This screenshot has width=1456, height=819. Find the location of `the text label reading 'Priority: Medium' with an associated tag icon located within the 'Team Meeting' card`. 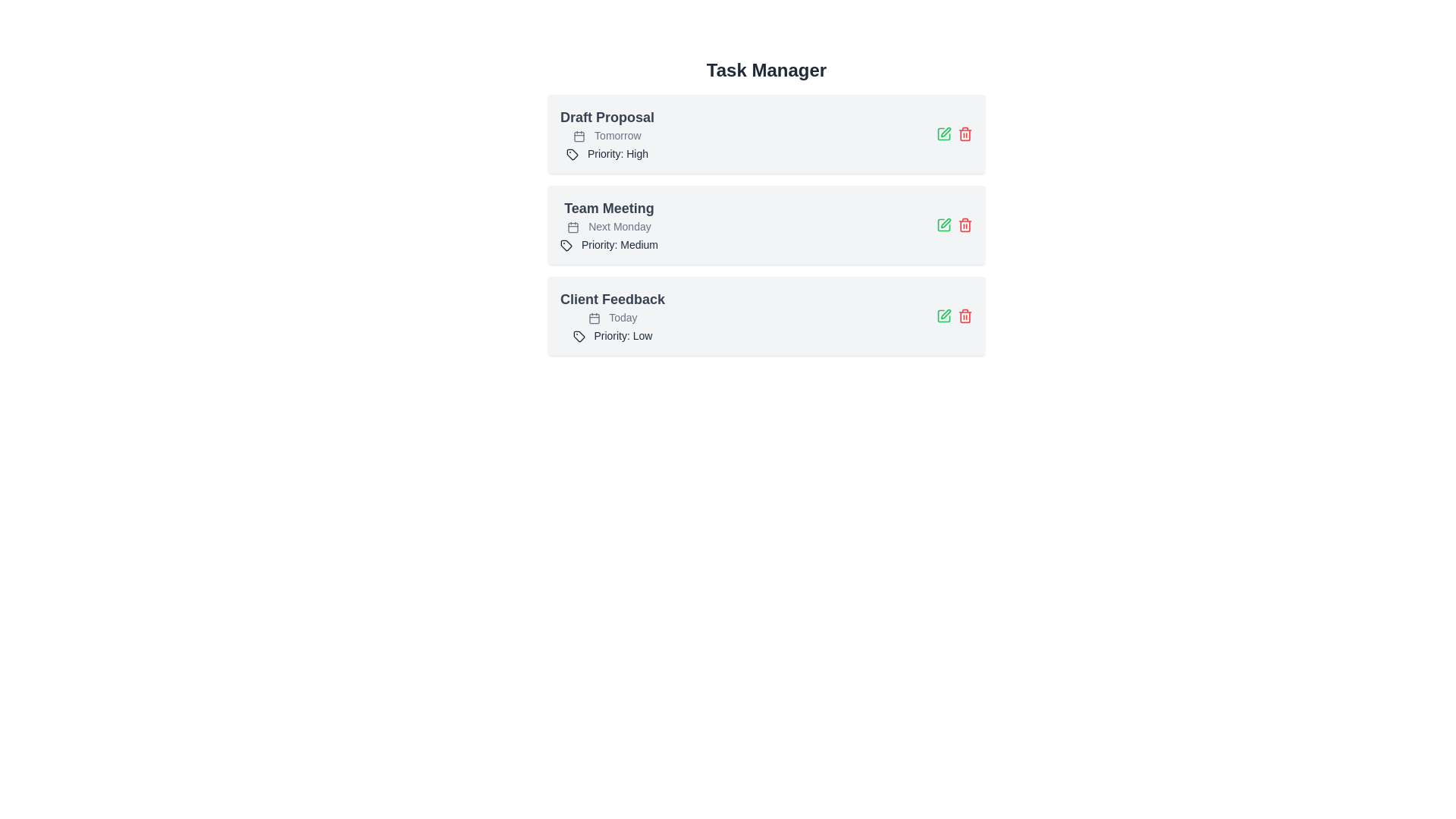

the text label reading 'Priority: Medium' with an associated tag icon located within the 'Team Meeting' card is located at coordinates (609, 244).